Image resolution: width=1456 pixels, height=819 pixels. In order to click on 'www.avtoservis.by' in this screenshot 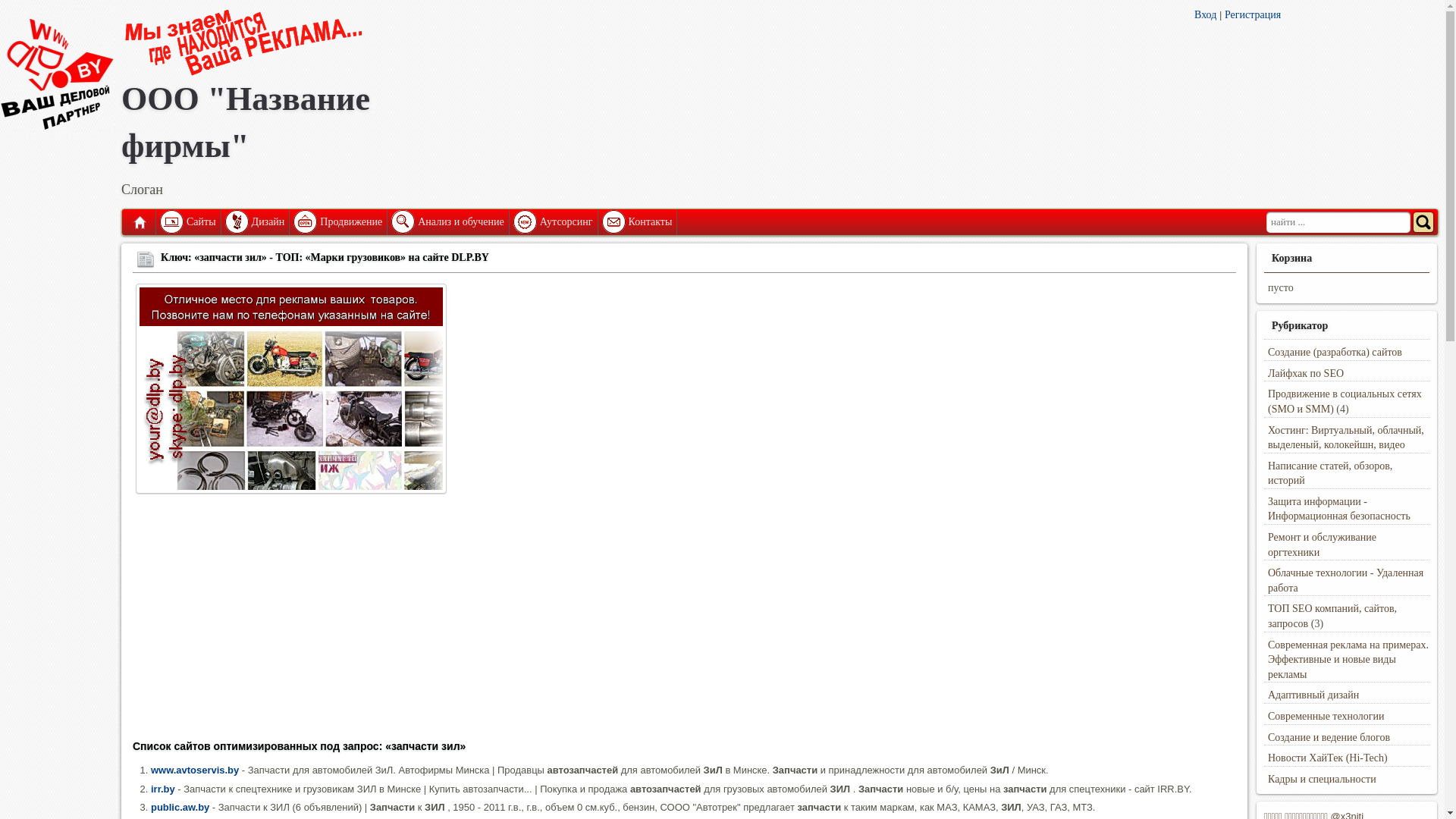, I will do `click(194, 770)`.